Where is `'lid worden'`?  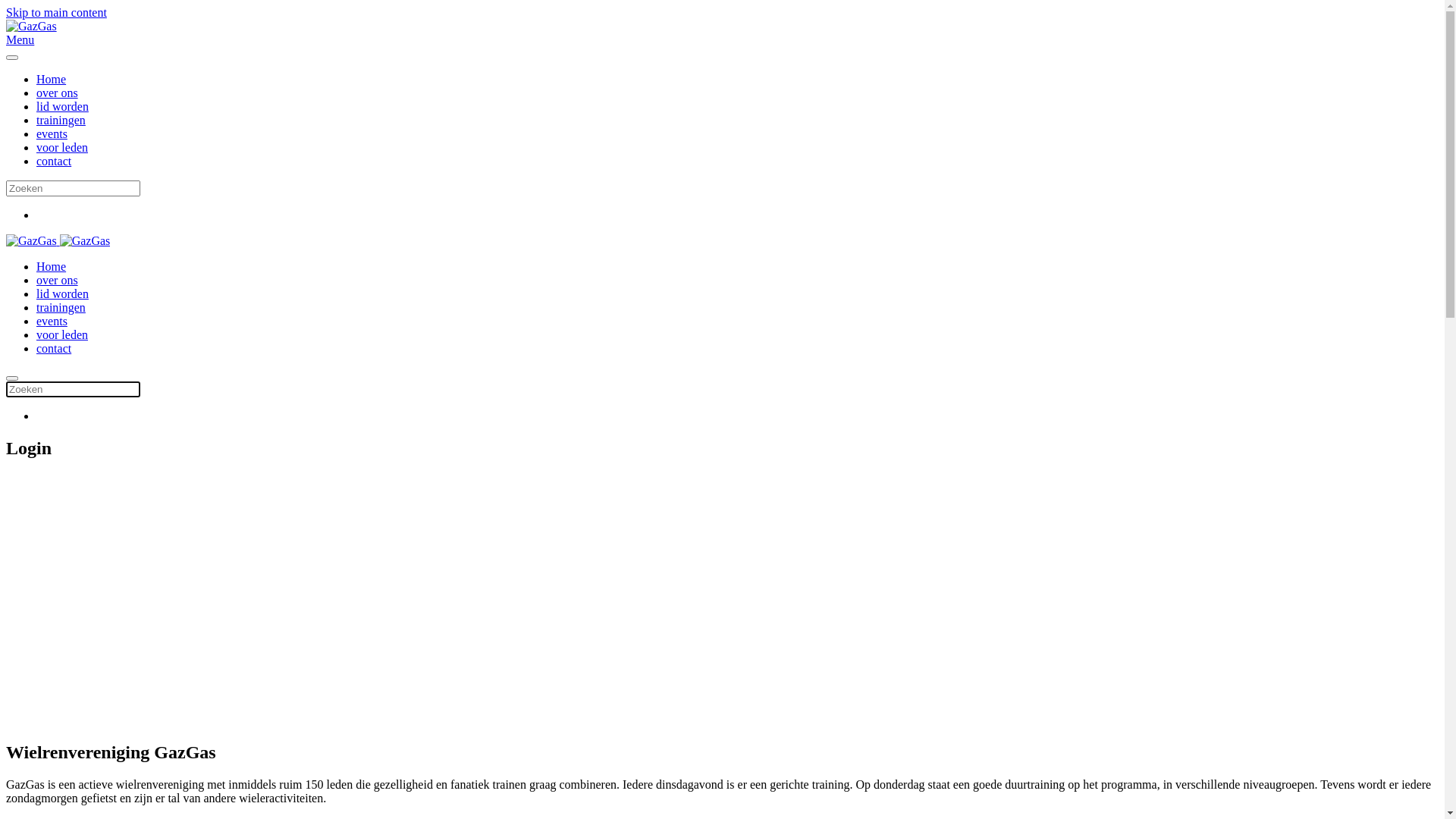
'lid worden' is located at coordinates (61, 105).